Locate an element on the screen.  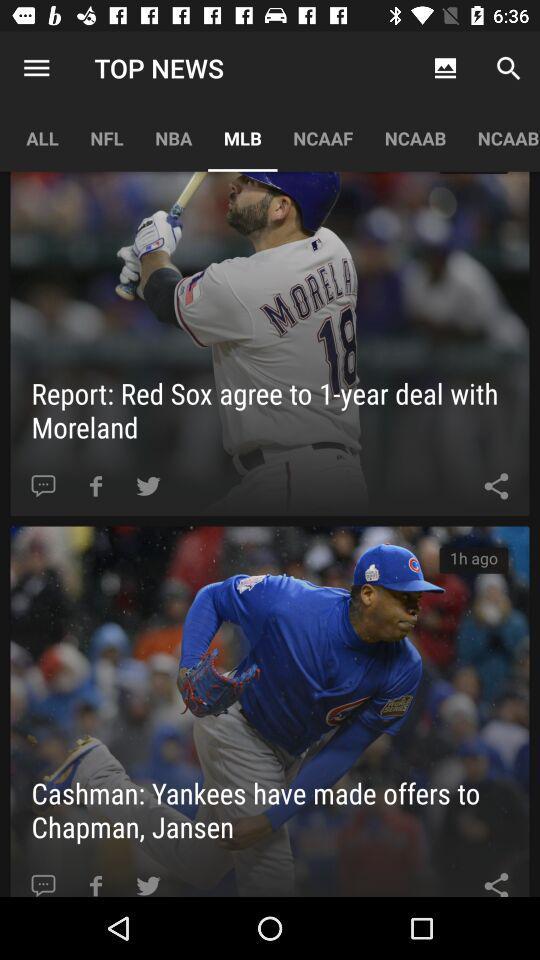
the icon next to the ncaaf item is located at coordinates (242, 137).